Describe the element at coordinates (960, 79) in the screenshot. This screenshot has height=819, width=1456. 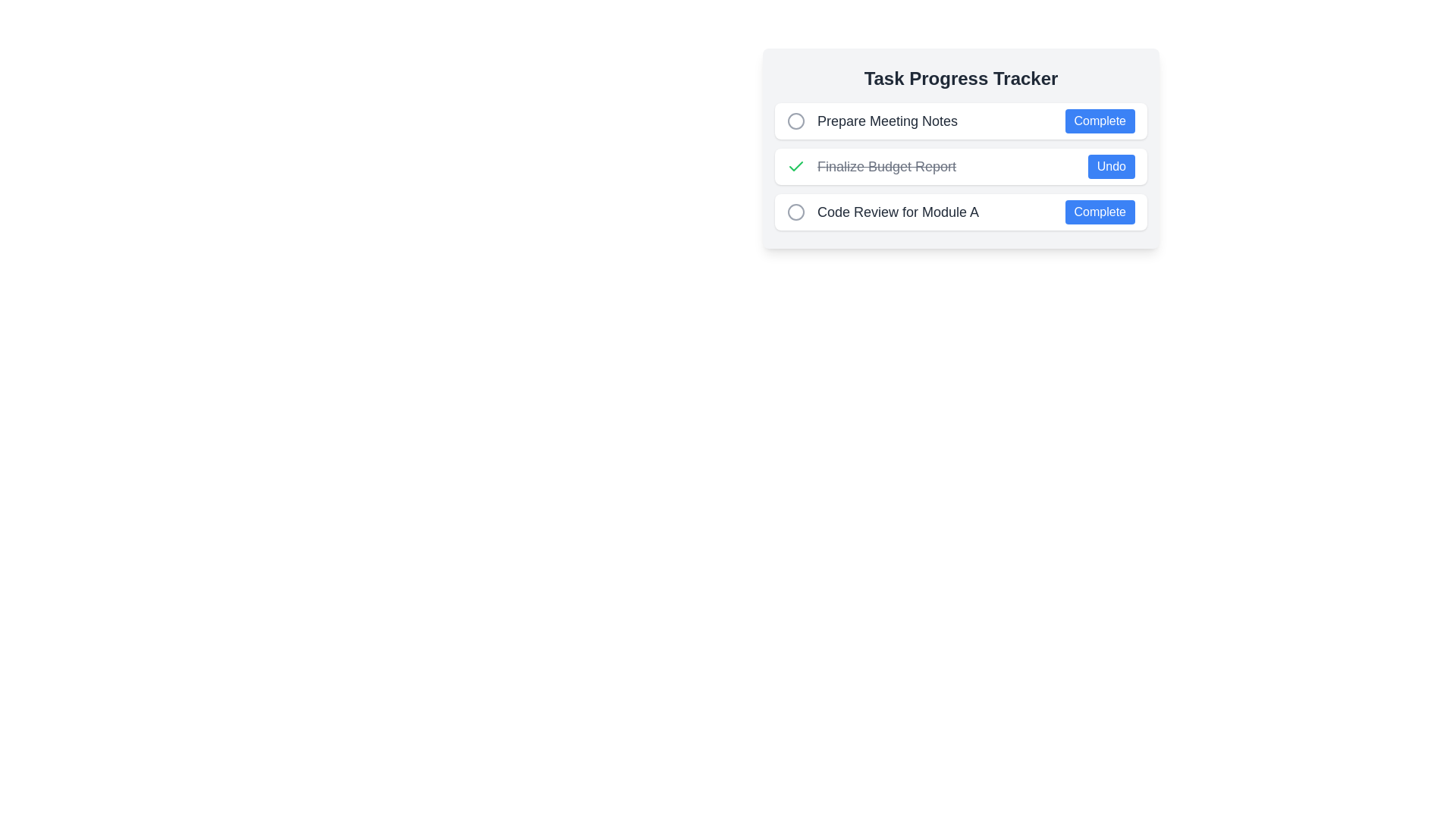
I see `the static text heading that serves as the title for the task tracker section, positioned at the top of the task-related content` at that location.